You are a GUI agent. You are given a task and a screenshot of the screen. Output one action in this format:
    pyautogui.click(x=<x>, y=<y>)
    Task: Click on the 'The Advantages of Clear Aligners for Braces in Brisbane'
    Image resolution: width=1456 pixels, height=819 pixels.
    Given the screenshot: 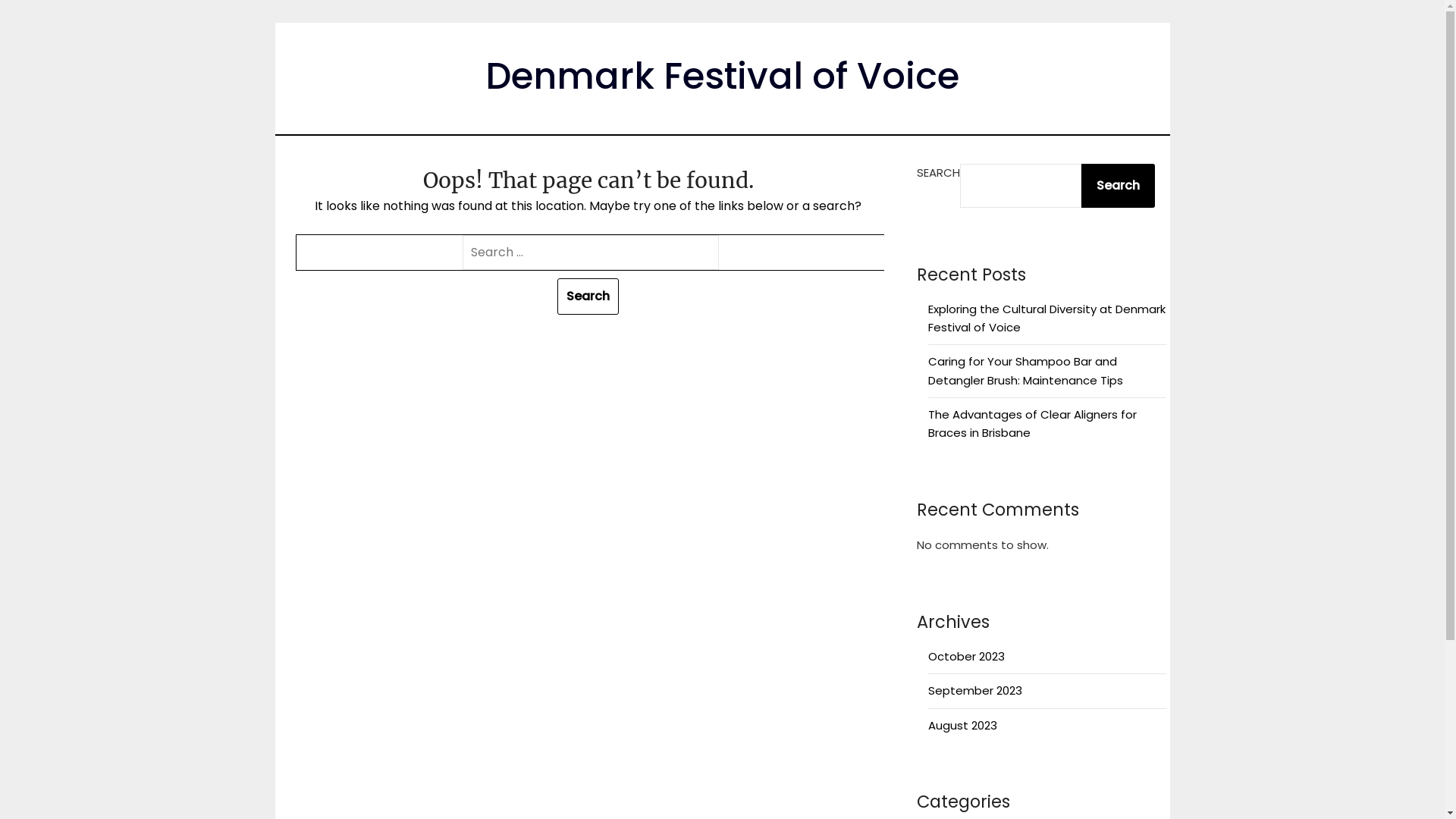 What is the action you would take?
    pyautogui.click(x=1031, y=423)
    